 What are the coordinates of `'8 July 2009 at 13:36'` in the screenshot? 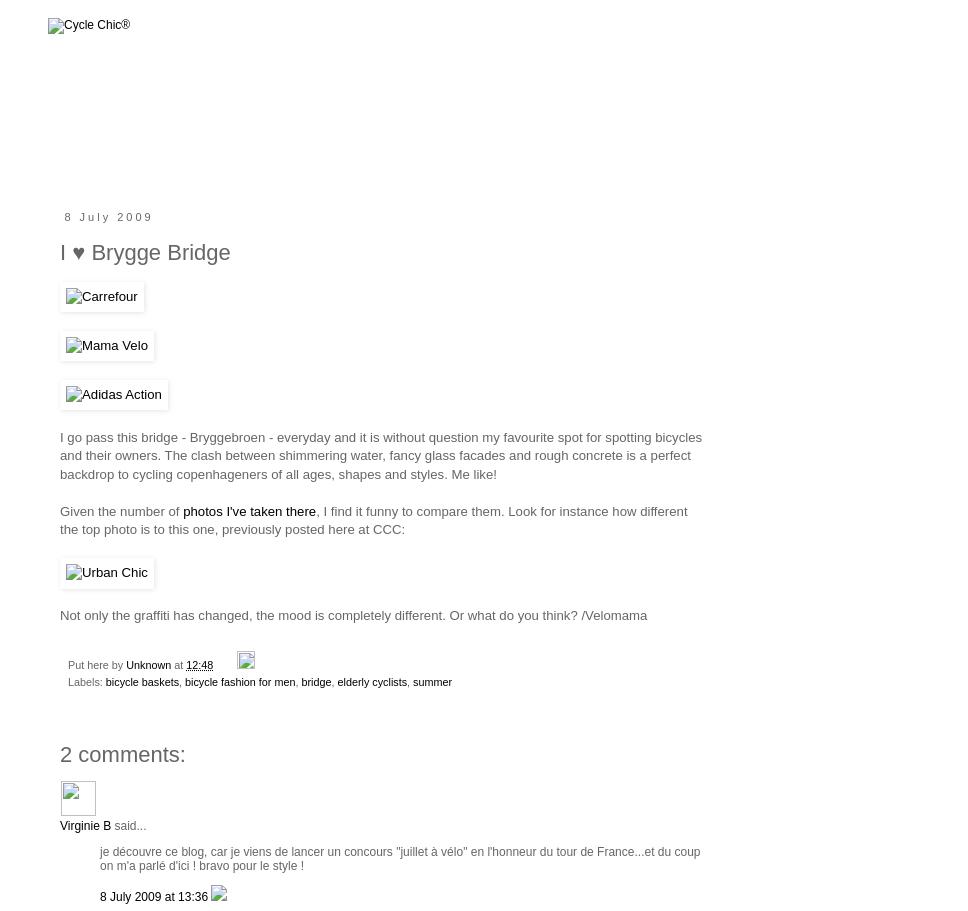 It's located at (154, 895).